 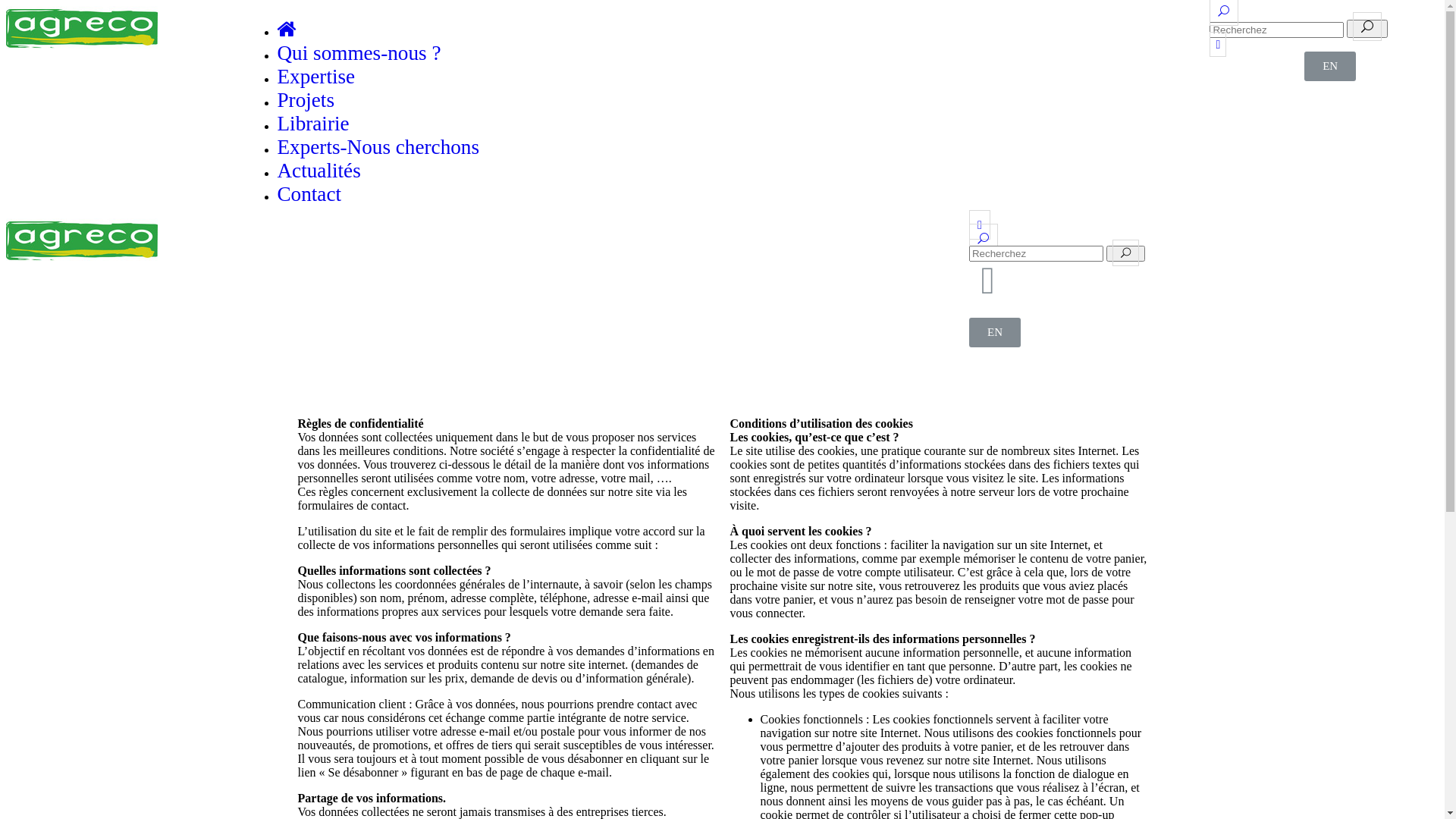 I want to click on 'Projets', so click(x=276, y=99).